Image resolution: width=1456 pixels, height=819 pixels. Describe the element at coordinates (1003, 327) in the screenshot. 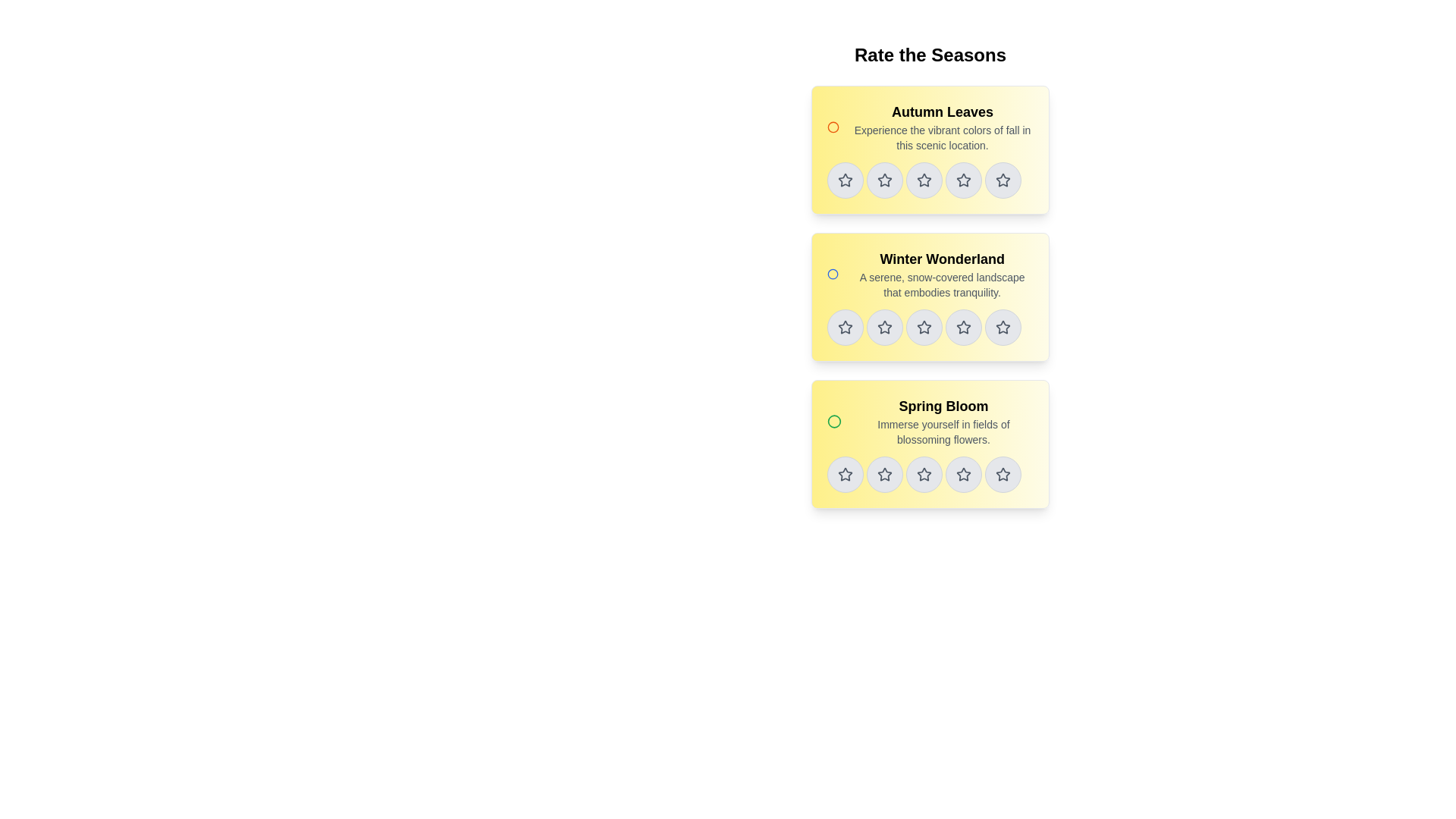

I see `the fourth star-shaped rating icon, which is outlined with a gray border and located under the 'Winter Wonderland' section` at that location.